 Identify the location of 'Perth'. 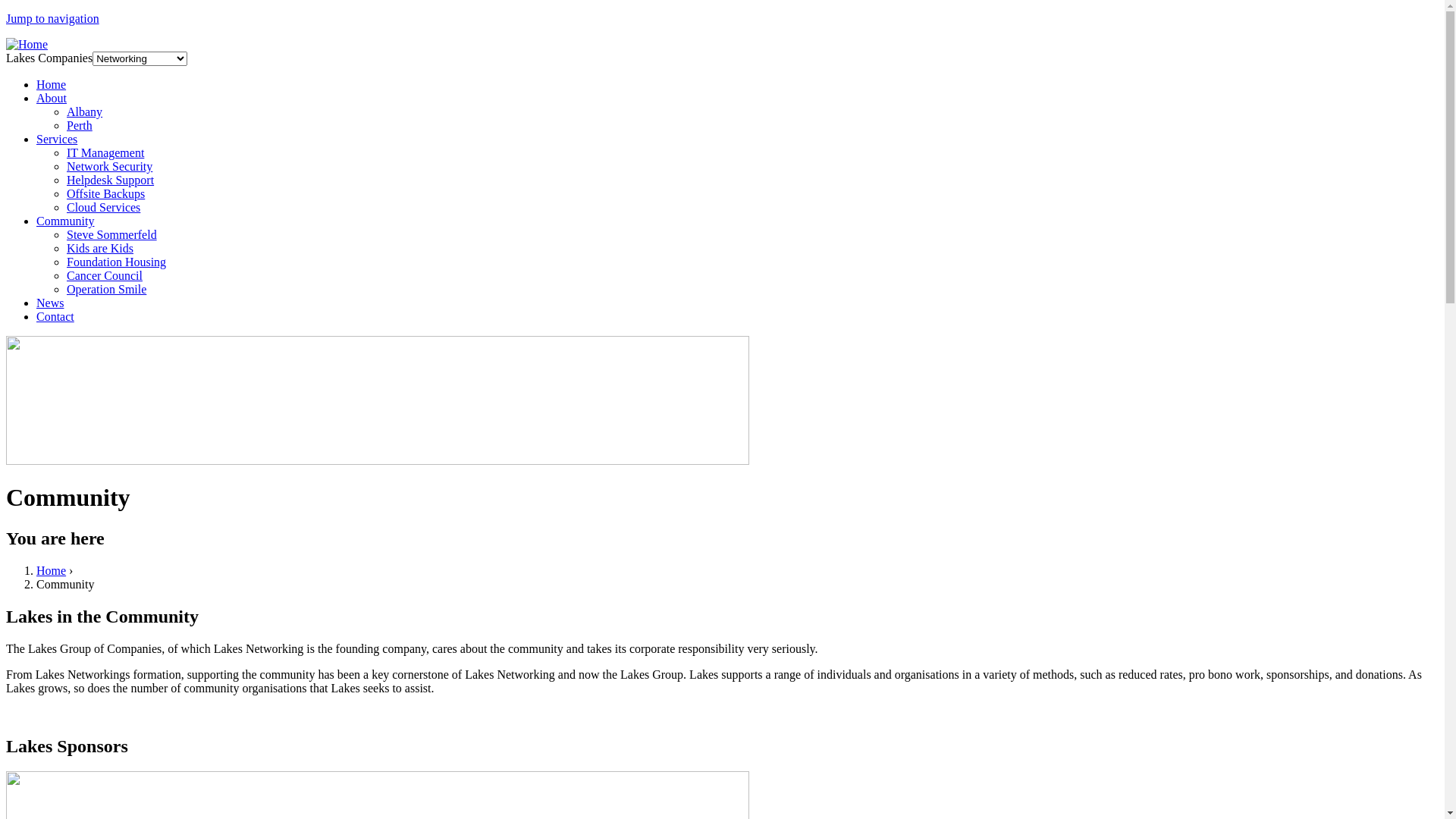
(79, 124).